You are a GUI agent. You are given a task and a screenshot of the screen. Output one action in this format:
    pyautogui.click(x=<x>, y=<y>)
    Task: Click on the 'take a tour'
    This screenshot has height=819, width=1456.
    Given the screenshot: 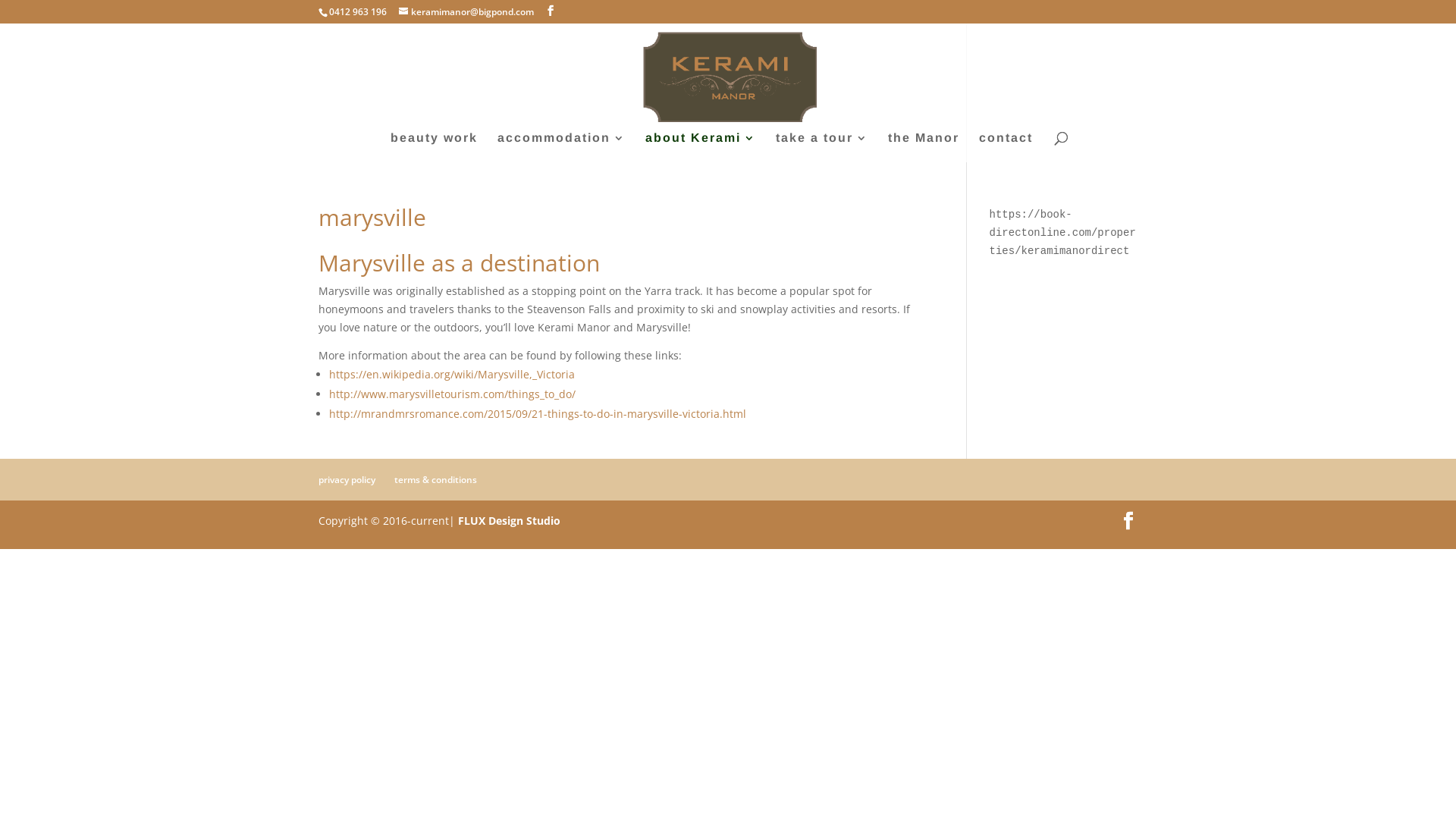 What is the action you would take?
    pyautogui.click(x=775, y=147)
    